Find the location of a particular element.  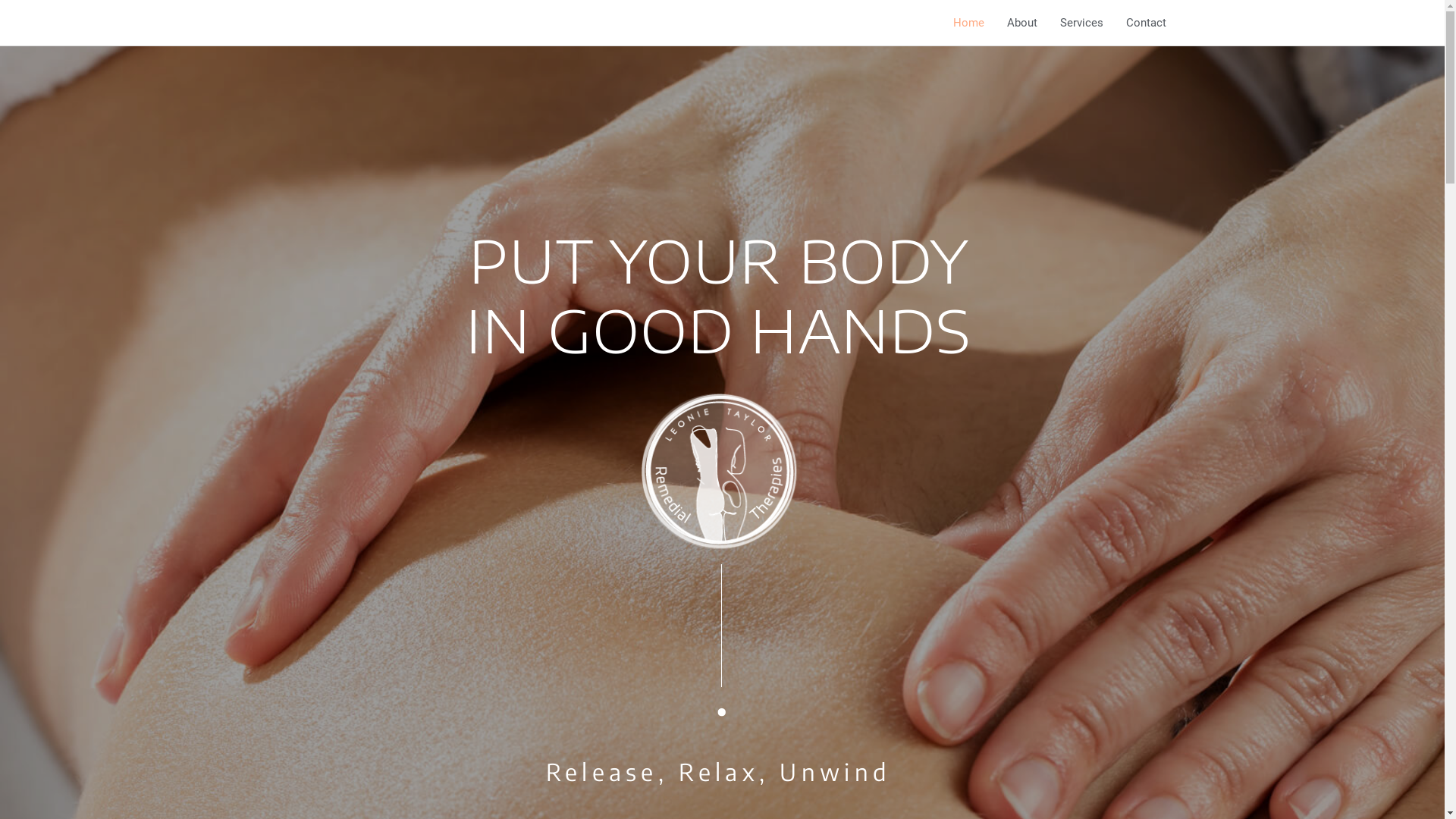

'Contact' is located at coordinates (1146, 23).